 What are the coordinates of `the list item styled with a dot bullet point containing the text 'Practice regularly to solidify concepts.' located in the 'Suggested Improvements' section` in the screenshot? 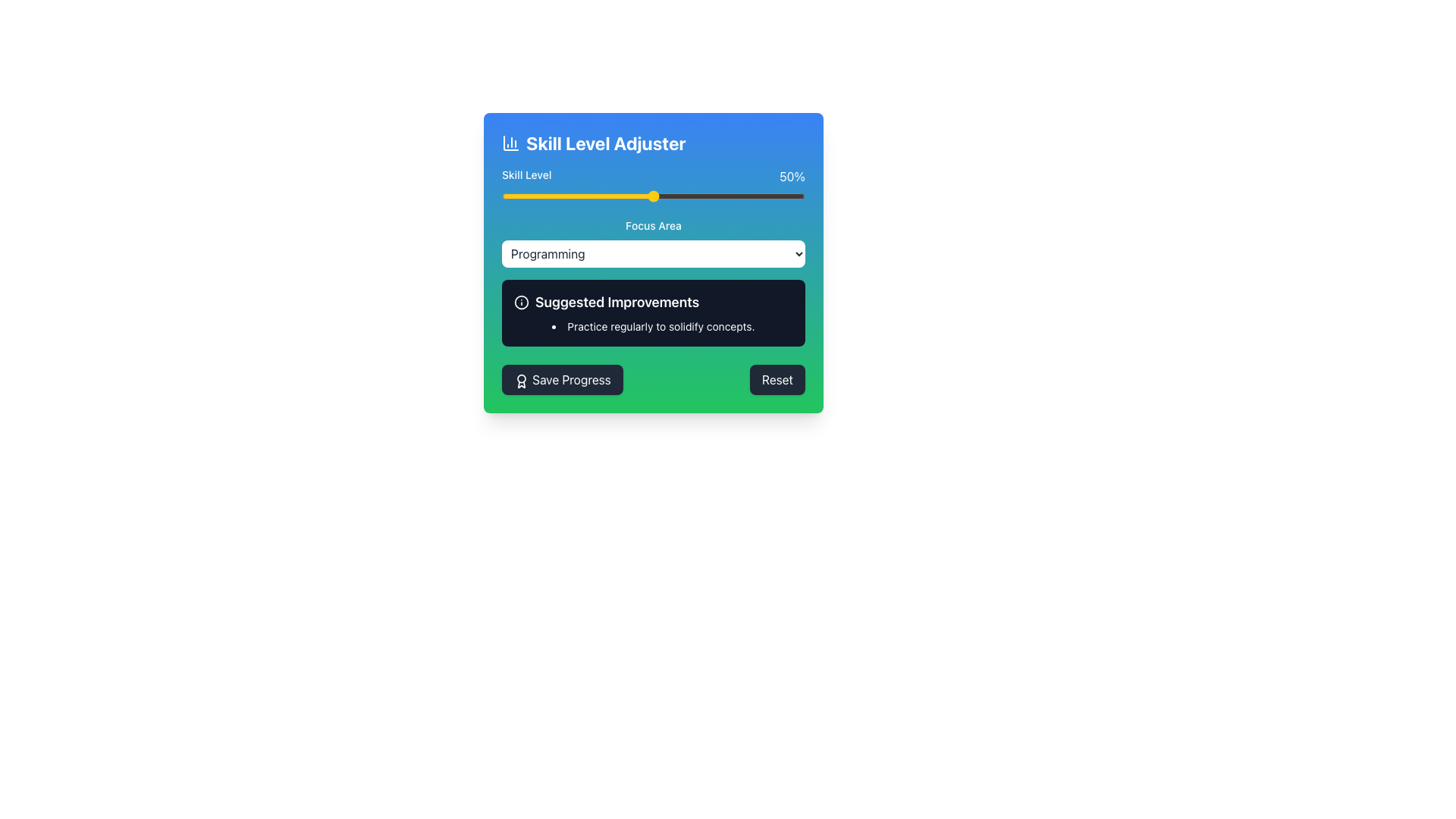 It's located at (654, 326).